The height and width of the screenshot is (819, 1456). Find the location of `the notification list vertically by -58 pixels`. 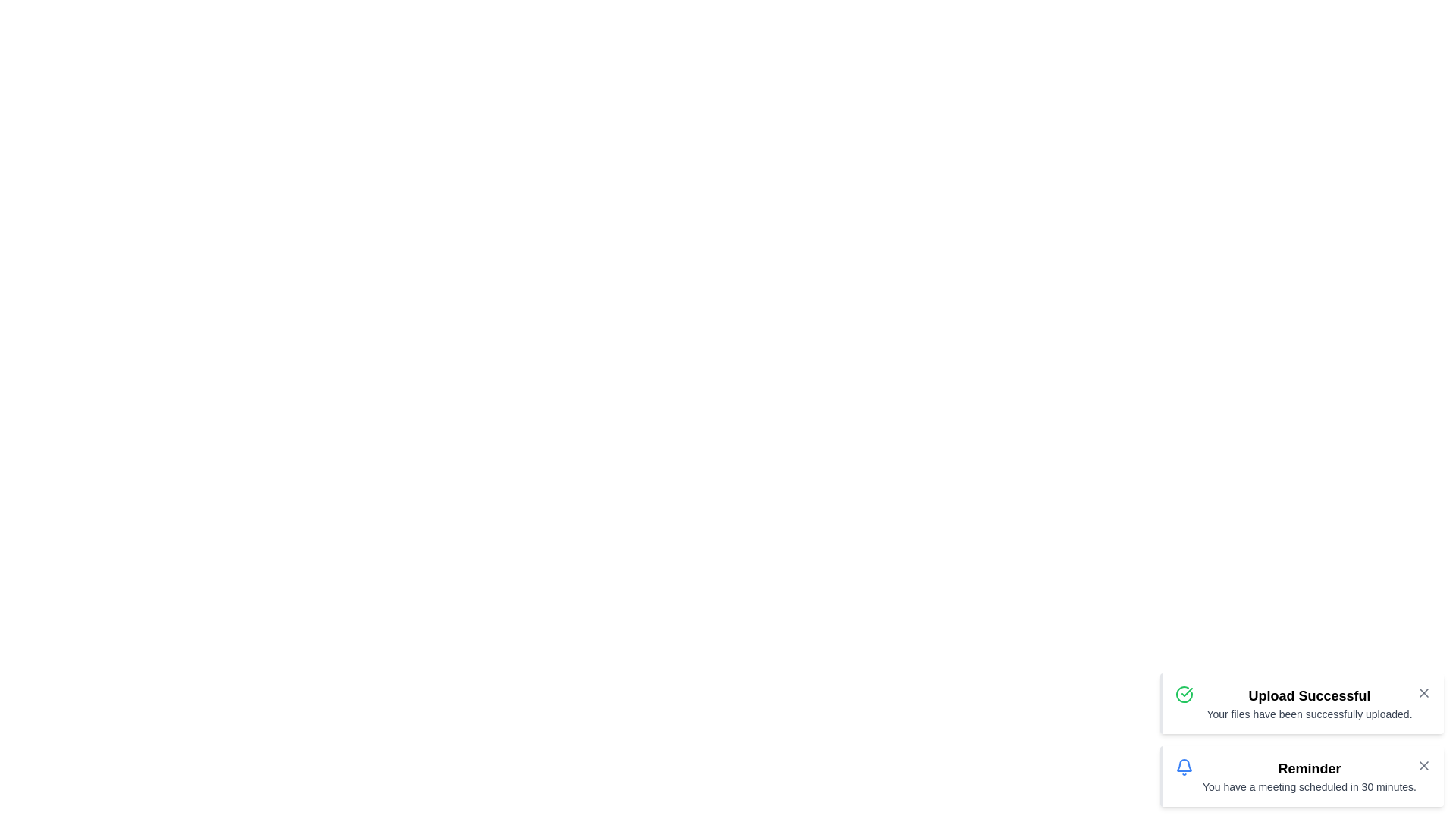

the notification list vertically by -58 pixels is located at coordinates (1301, 739).